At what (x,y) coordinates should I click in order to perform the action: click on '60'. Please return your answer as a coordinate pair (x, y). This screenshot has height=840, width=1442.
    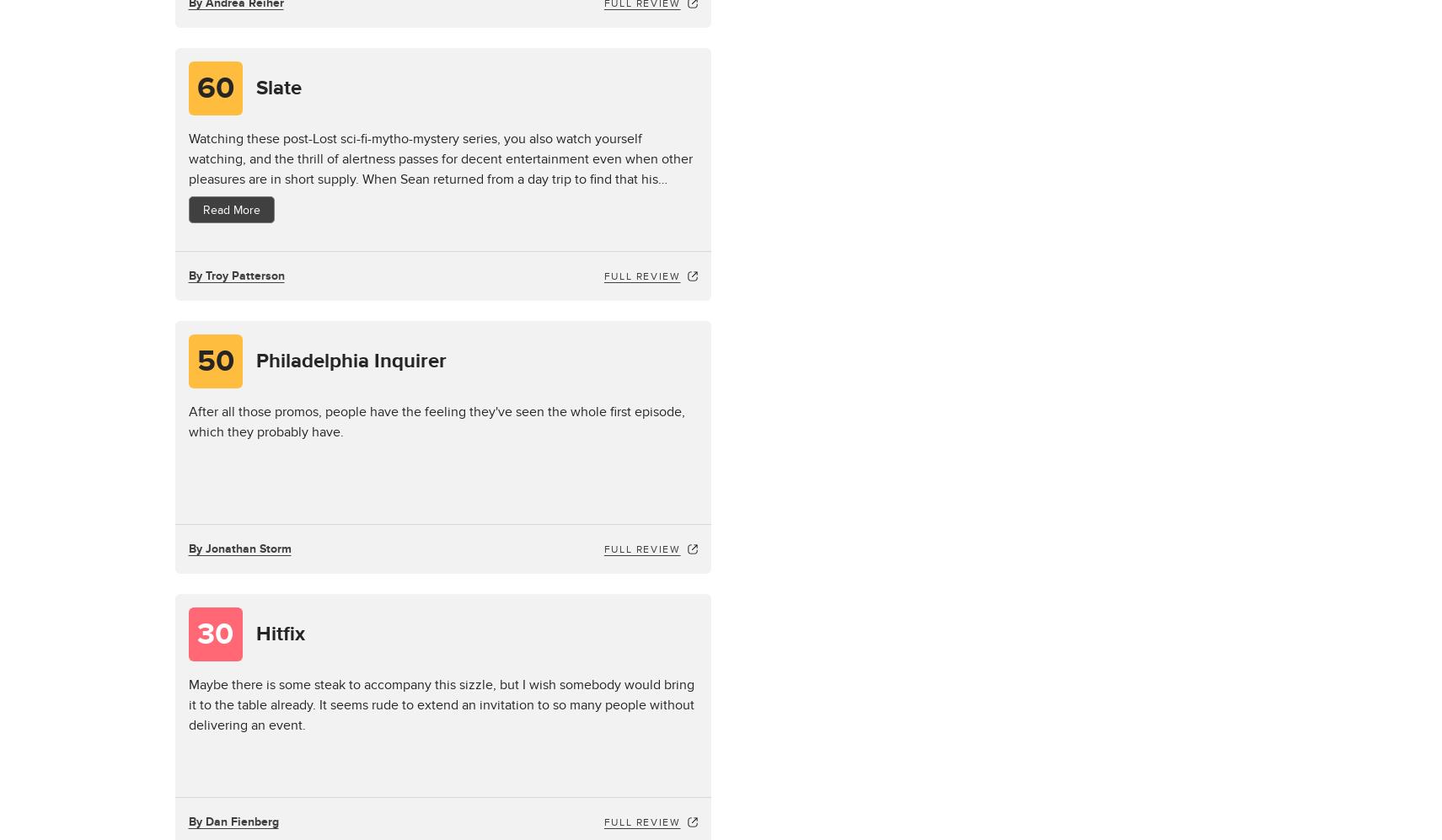
    Looking at the image, I should click on (196, 88).